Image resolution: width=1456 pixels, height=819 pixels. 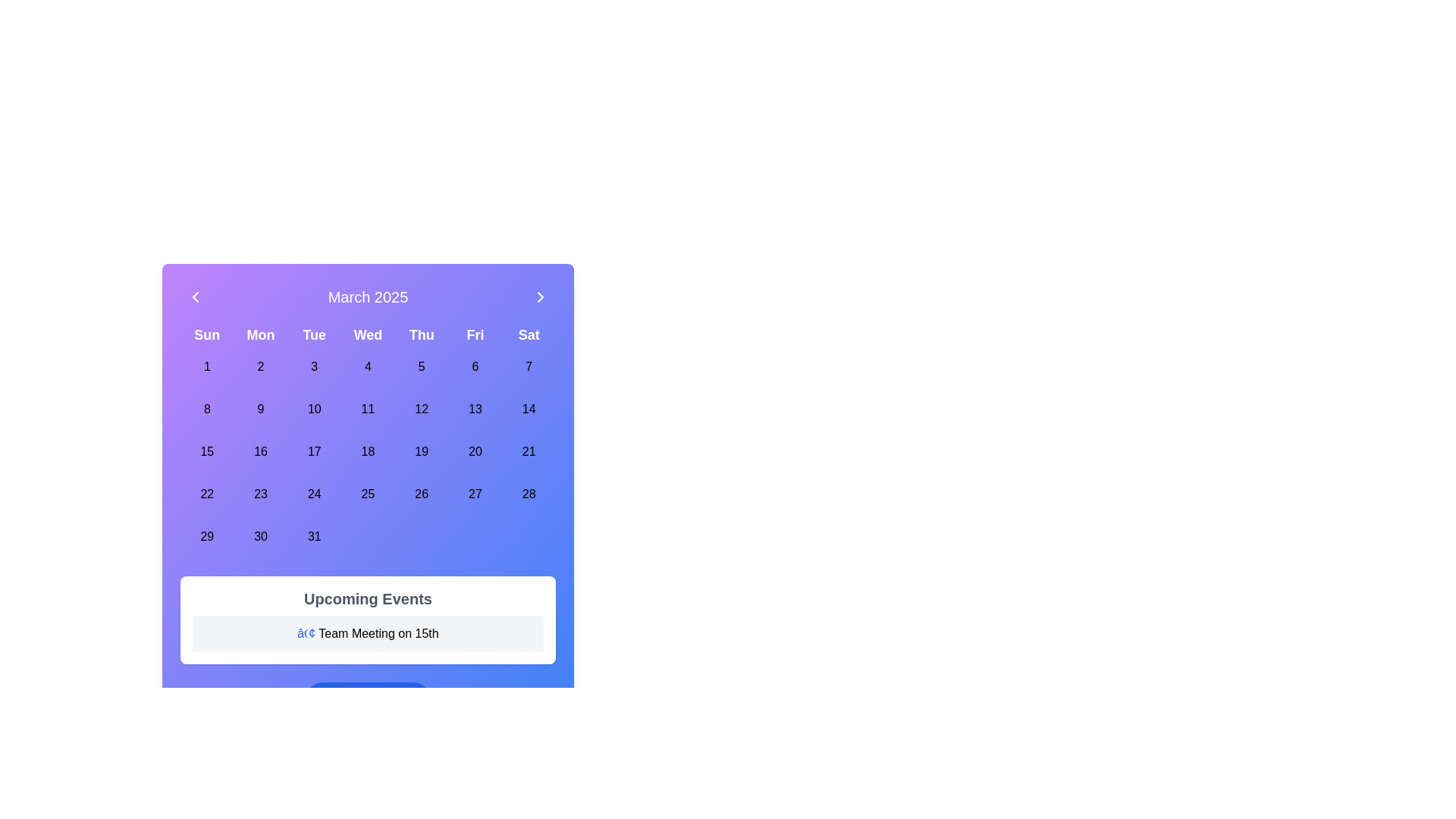 I want to click on the rounded rectangular button displaying the number '1' in black text, located directly below the 'Sun' label in the calendar grid layout, to trigger hover effects, so click(x=206, y=366).